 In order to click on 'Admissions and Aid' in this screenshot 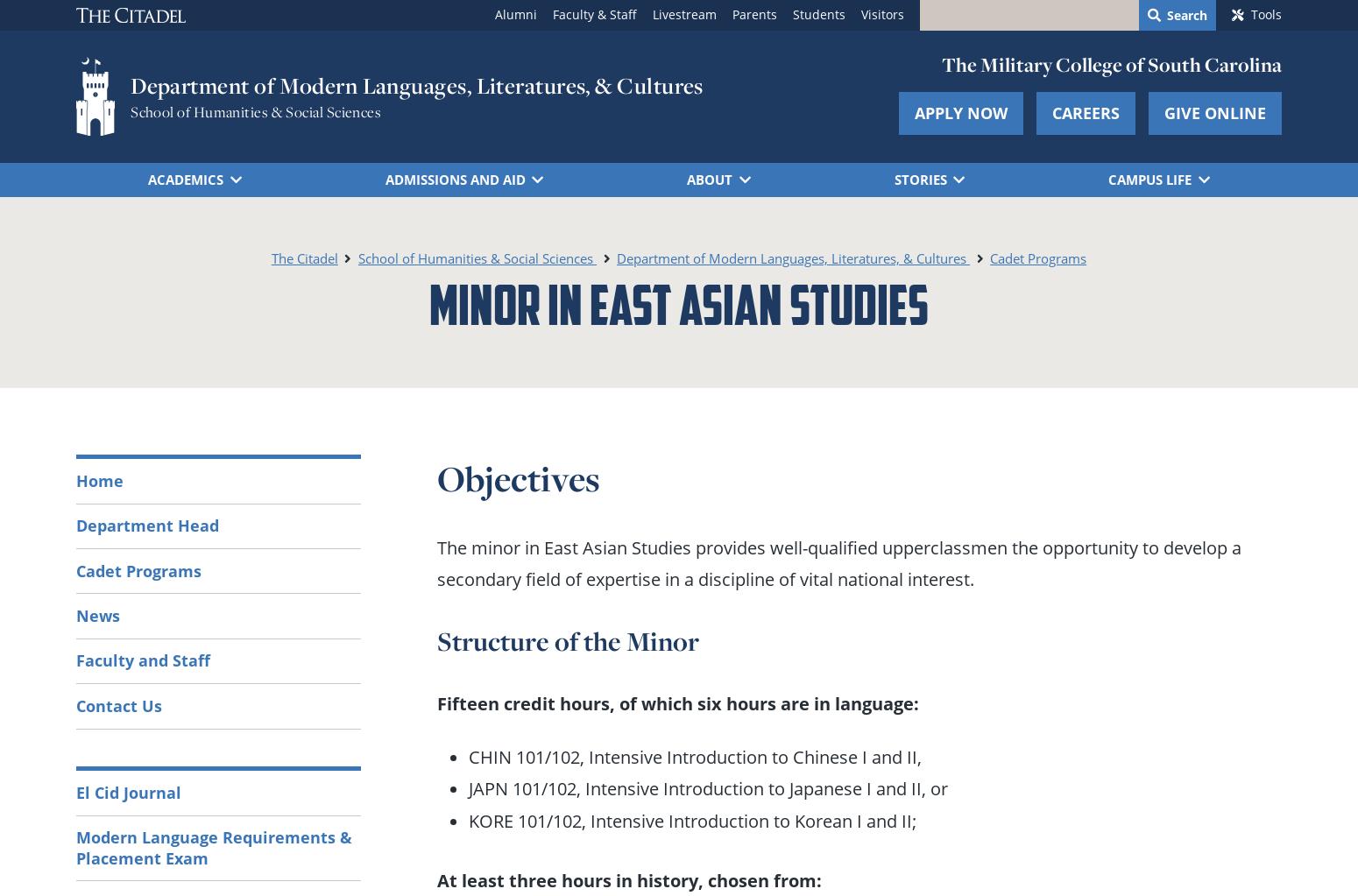, I will do `click(453, 177)`.